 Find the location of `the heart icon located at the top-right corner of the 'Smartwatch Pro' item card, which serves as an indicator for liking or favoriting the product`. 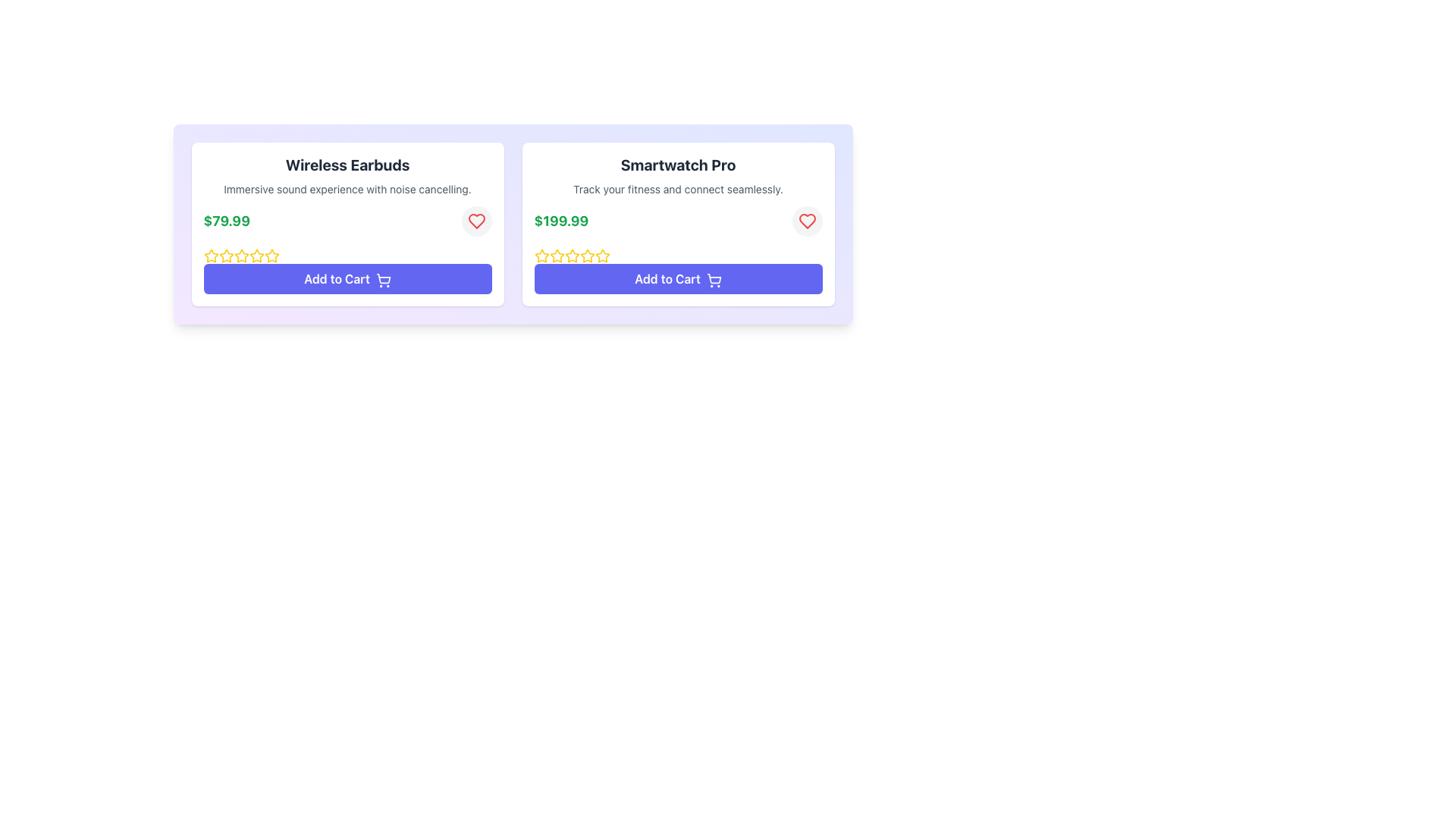

the heart icon located at the top-right corner of the 'Smartwatch Pro' item card, which serves as an indicator for liking or favoriting the product is located at coordinates (475, 221).